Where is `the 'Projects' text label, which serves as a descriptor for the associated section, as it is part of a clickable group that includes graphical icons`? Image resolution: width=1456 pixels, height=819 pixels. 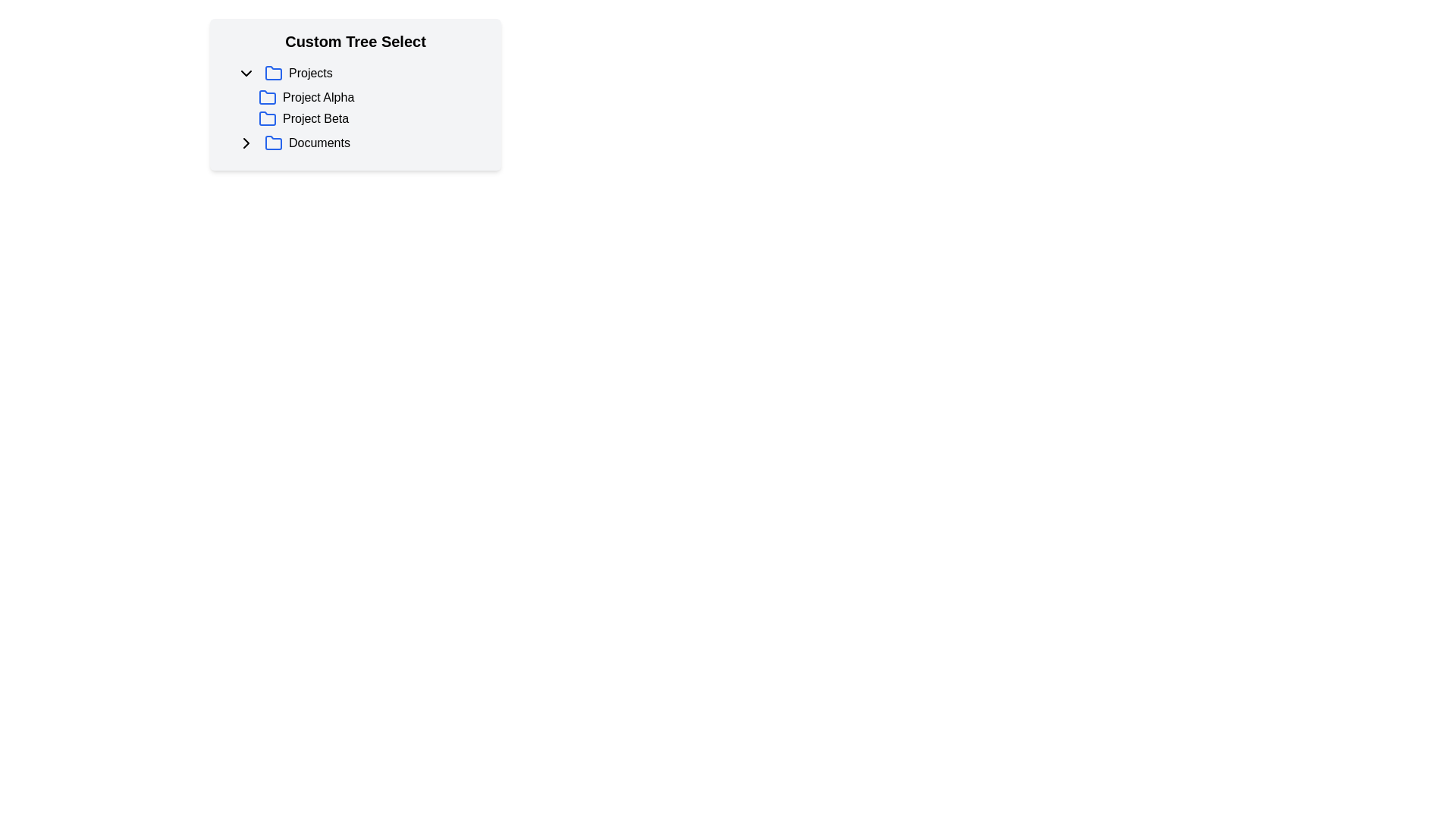
the 'Projects' text label, which serves as a descriptor for the associated section, as it is part of a clickable group that includes graphical icons is located at coordinates (309, 73).